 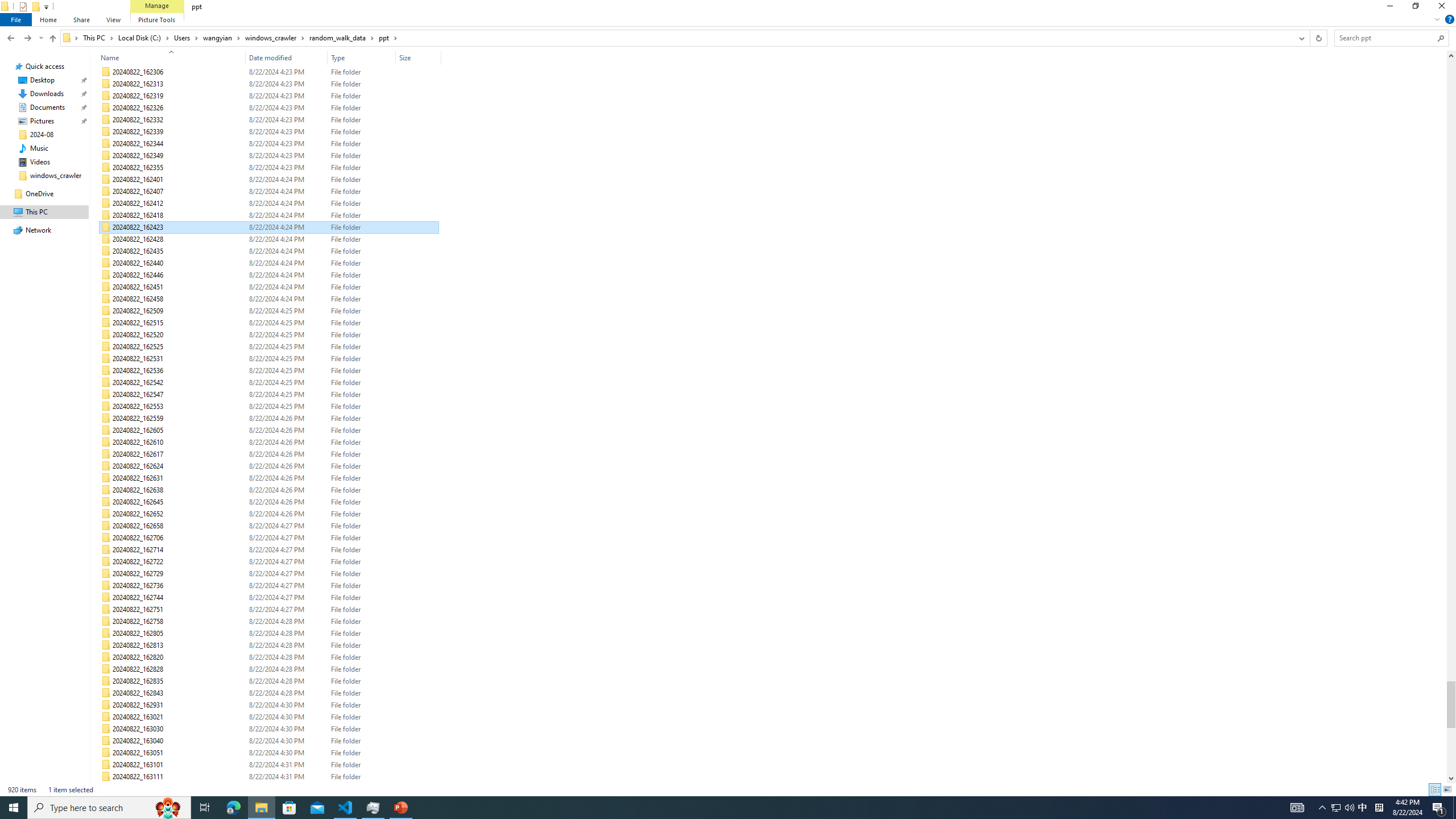 I want to click on 'Refresh "ppt" (F5)', so click(x=1318, y=37).